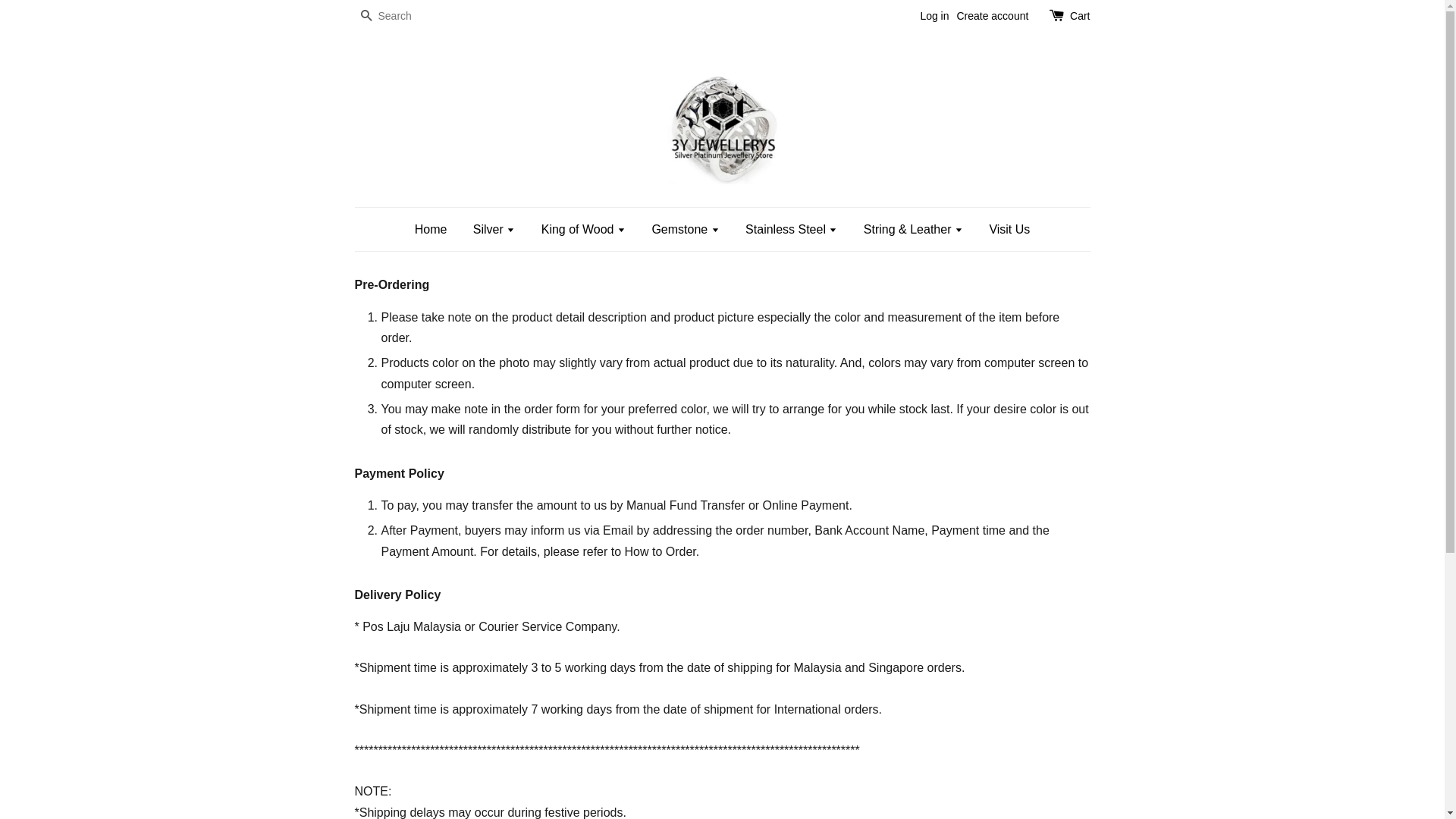  I want to click on 'Home', so click(436, 229).